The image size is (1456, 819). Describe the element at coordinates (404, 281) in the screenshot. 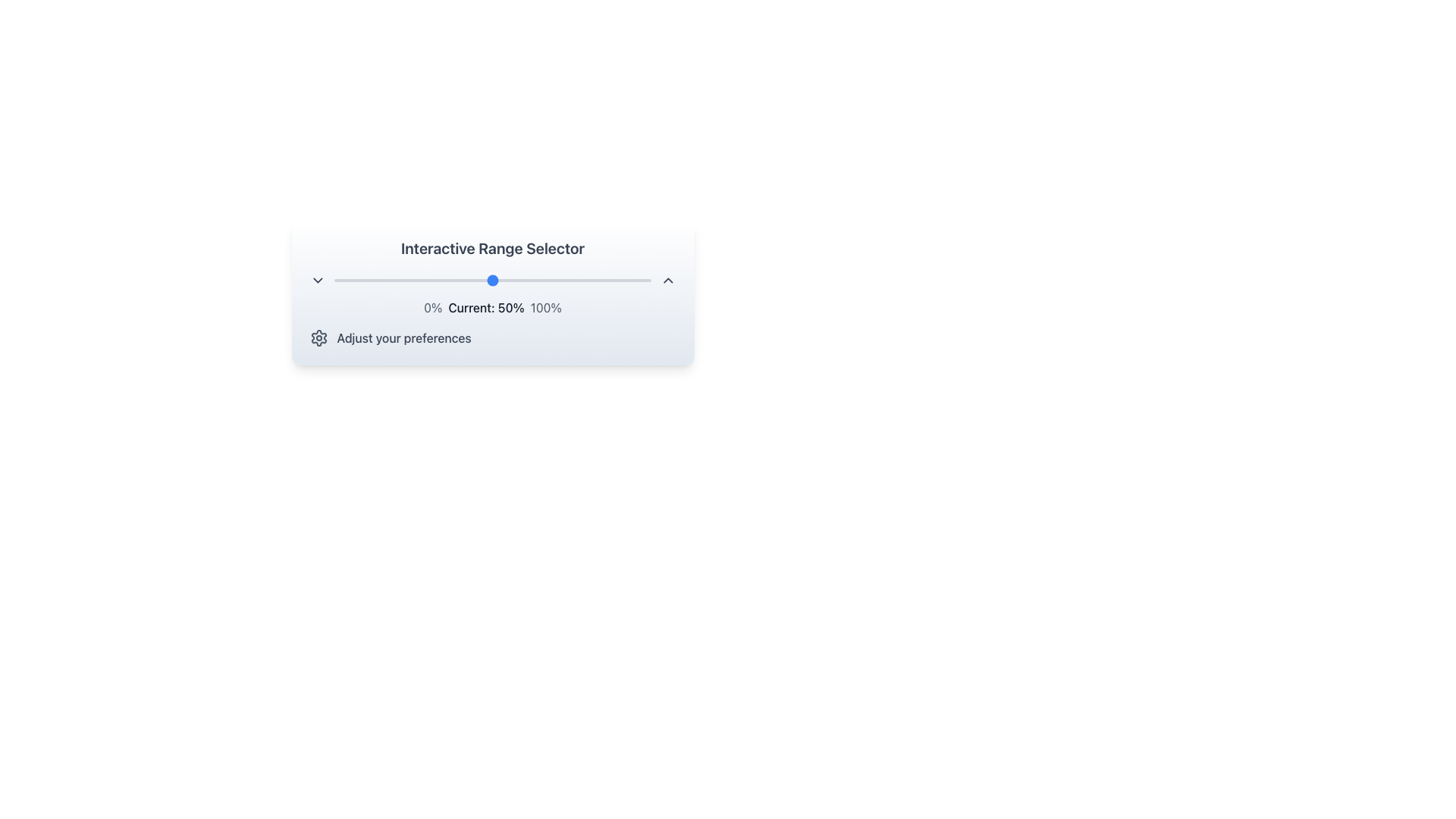

I see `the slider value` at that location.